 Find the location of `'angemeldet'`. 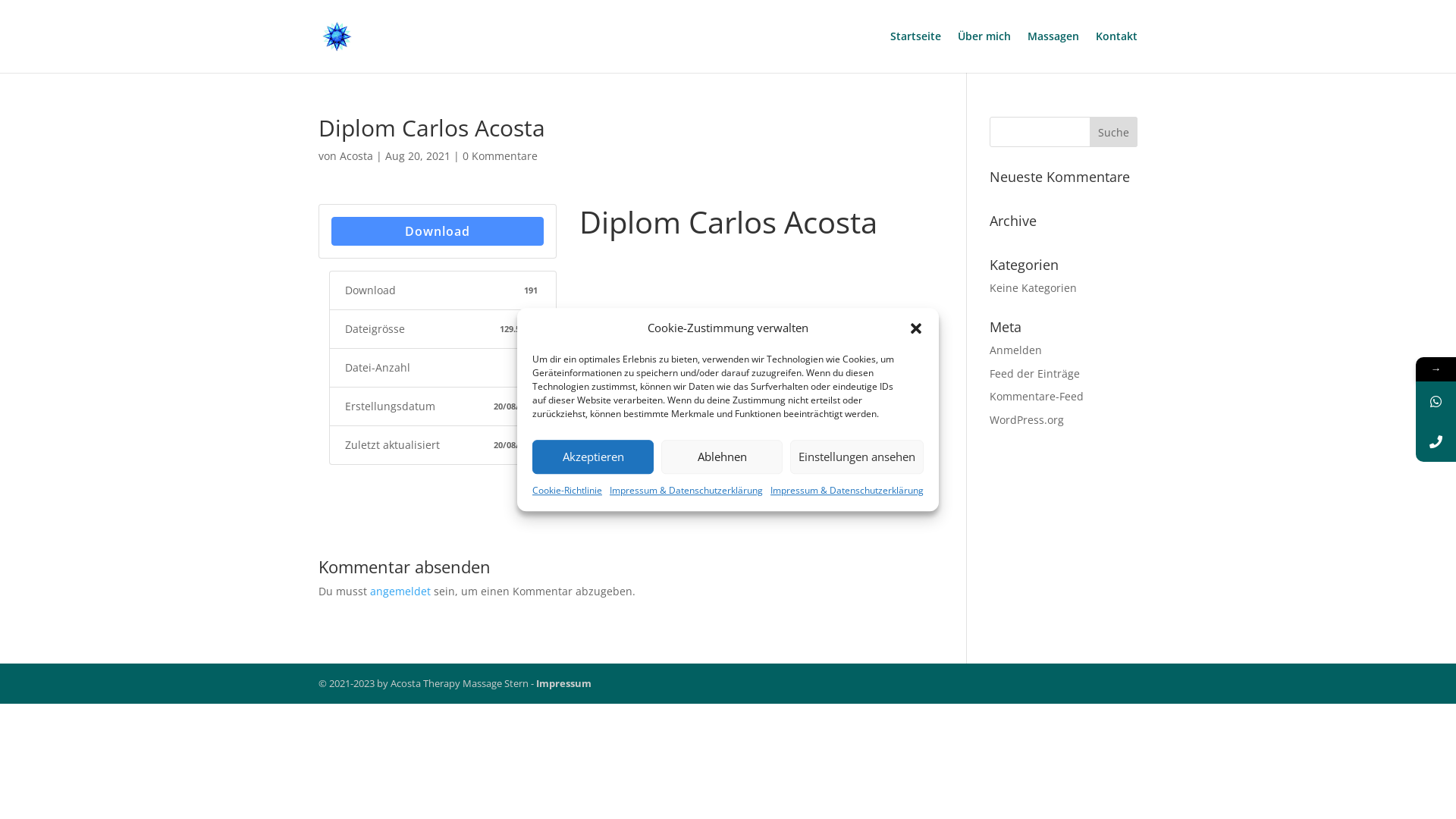

'angemeldet' is located at coordinates (400, 590).